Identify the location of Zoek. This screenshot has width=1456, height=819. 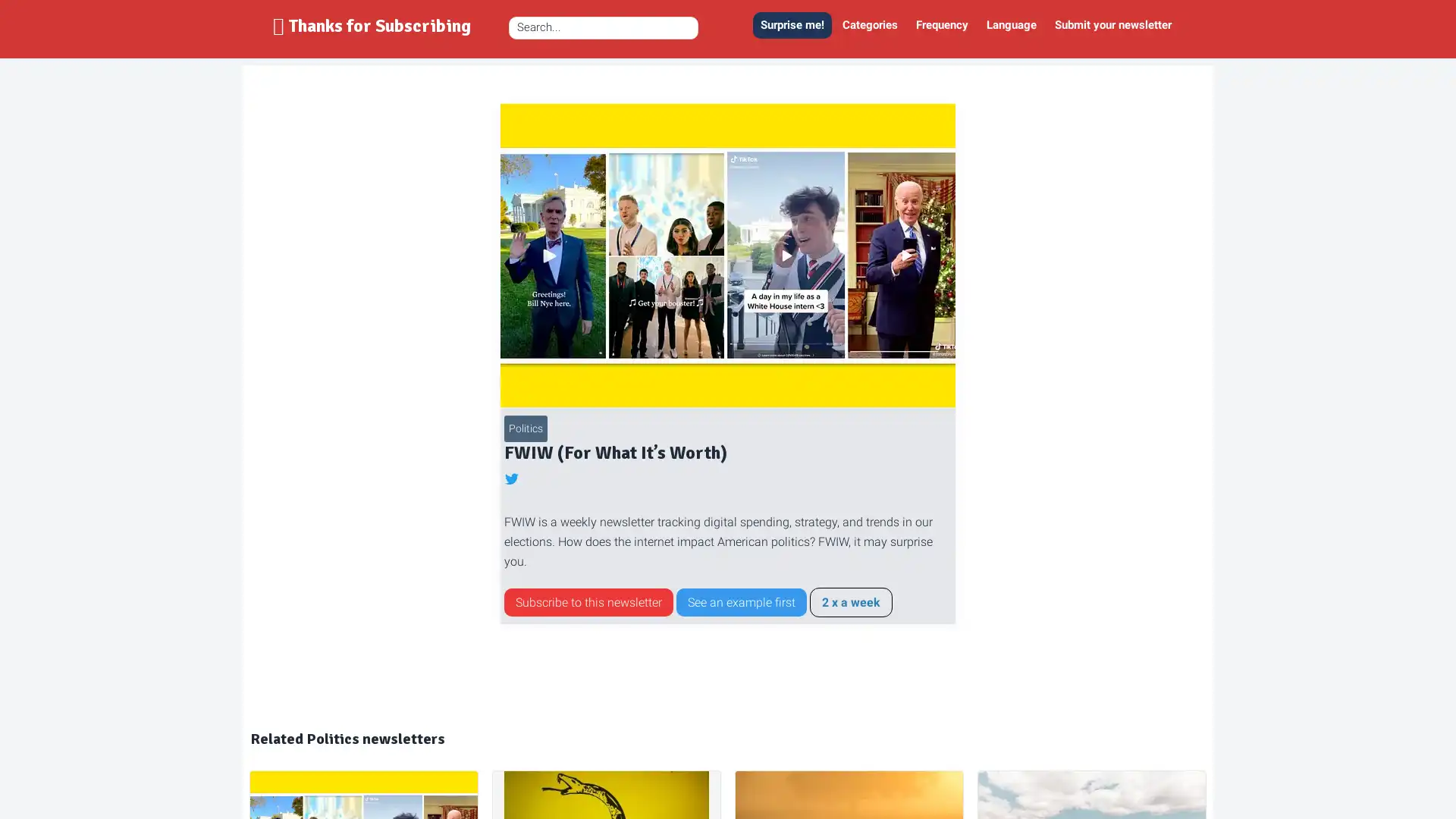
(697, 27).